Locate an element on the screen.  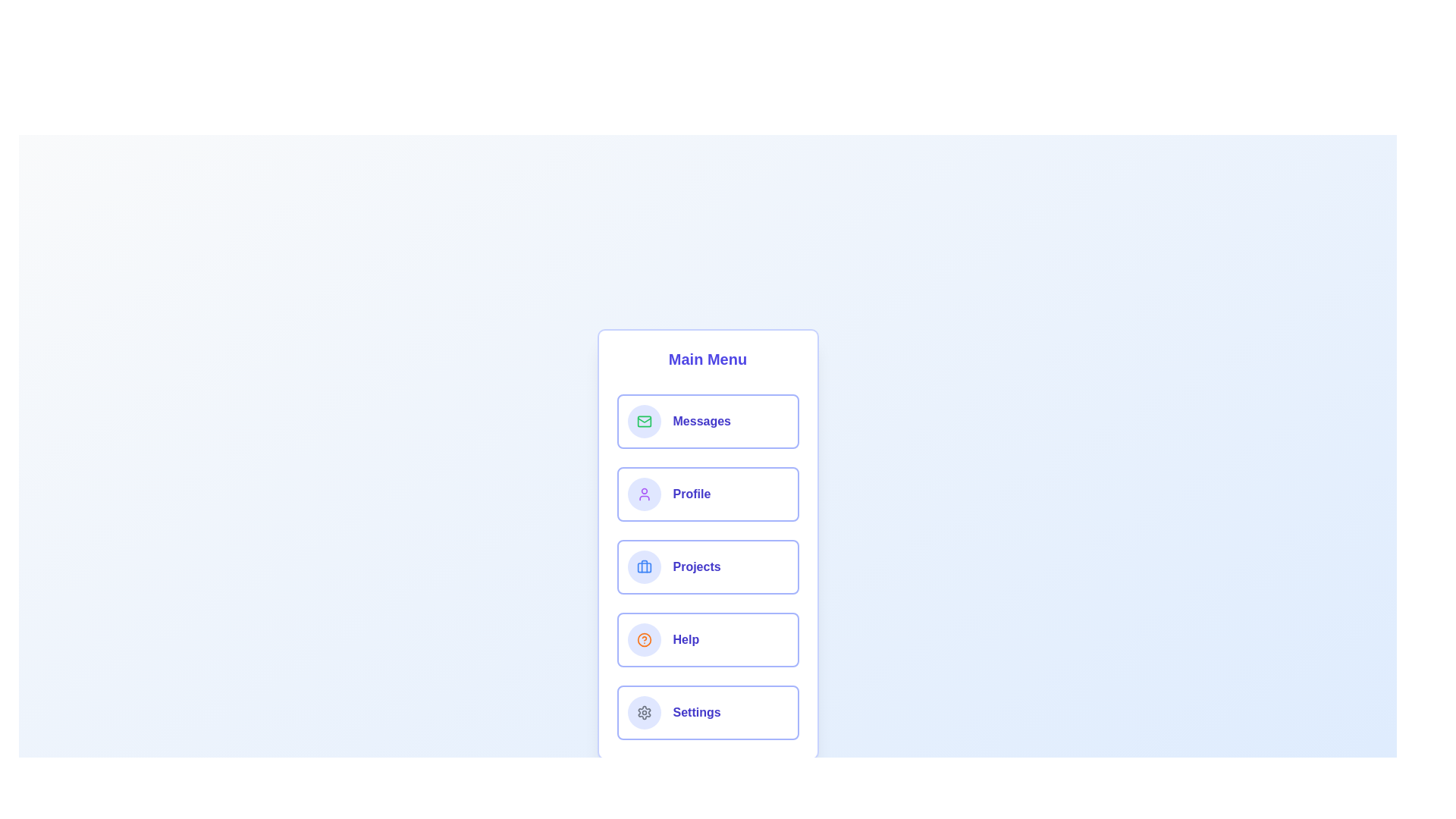
the icon corresponding to Help by clicking on it is located at coordinates (644, 640).